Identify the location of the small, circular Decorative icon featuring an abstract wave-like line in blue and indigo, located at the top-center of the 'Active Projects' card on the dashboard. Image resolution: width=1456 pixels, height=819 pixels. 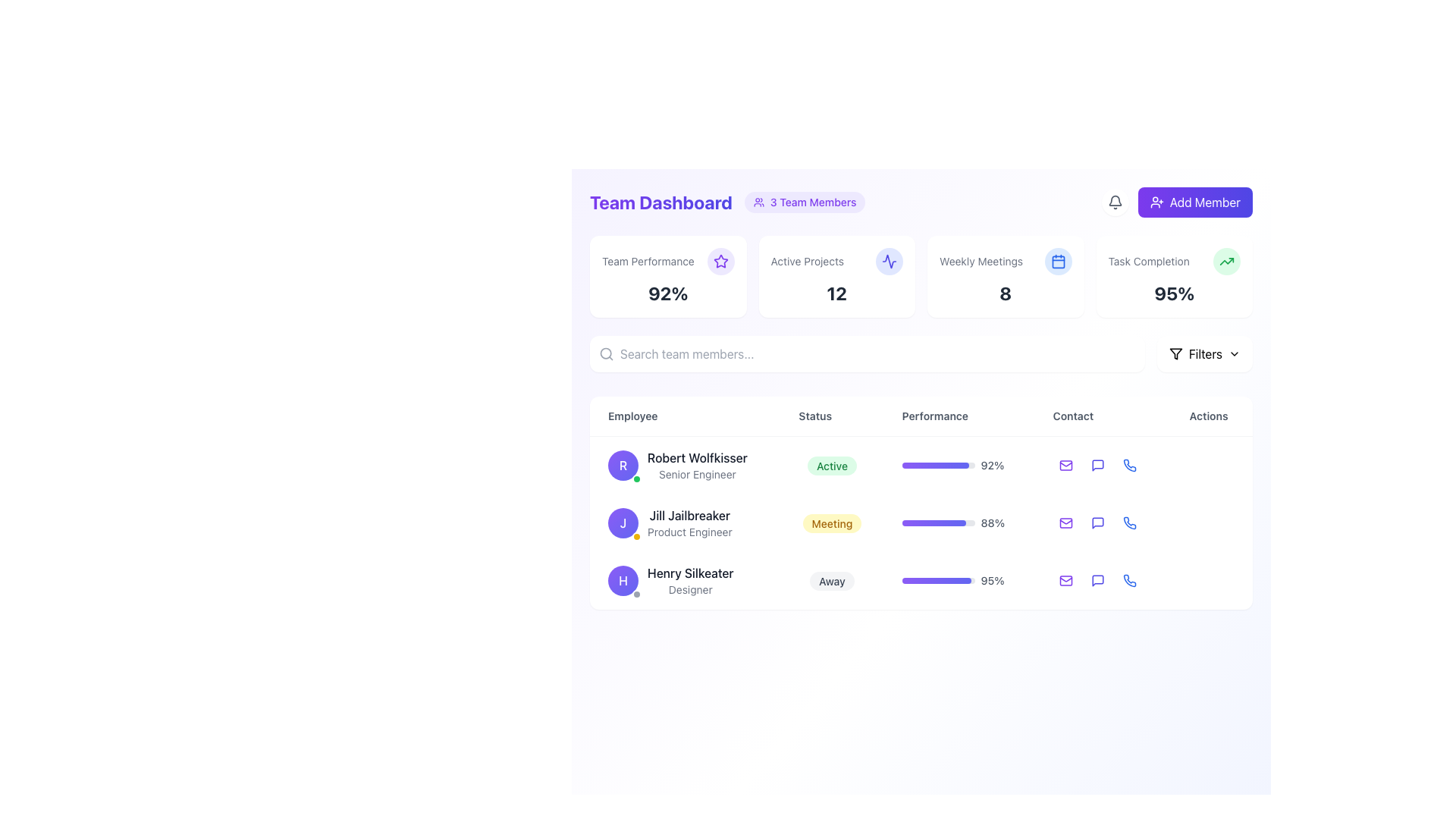
(889, 260).